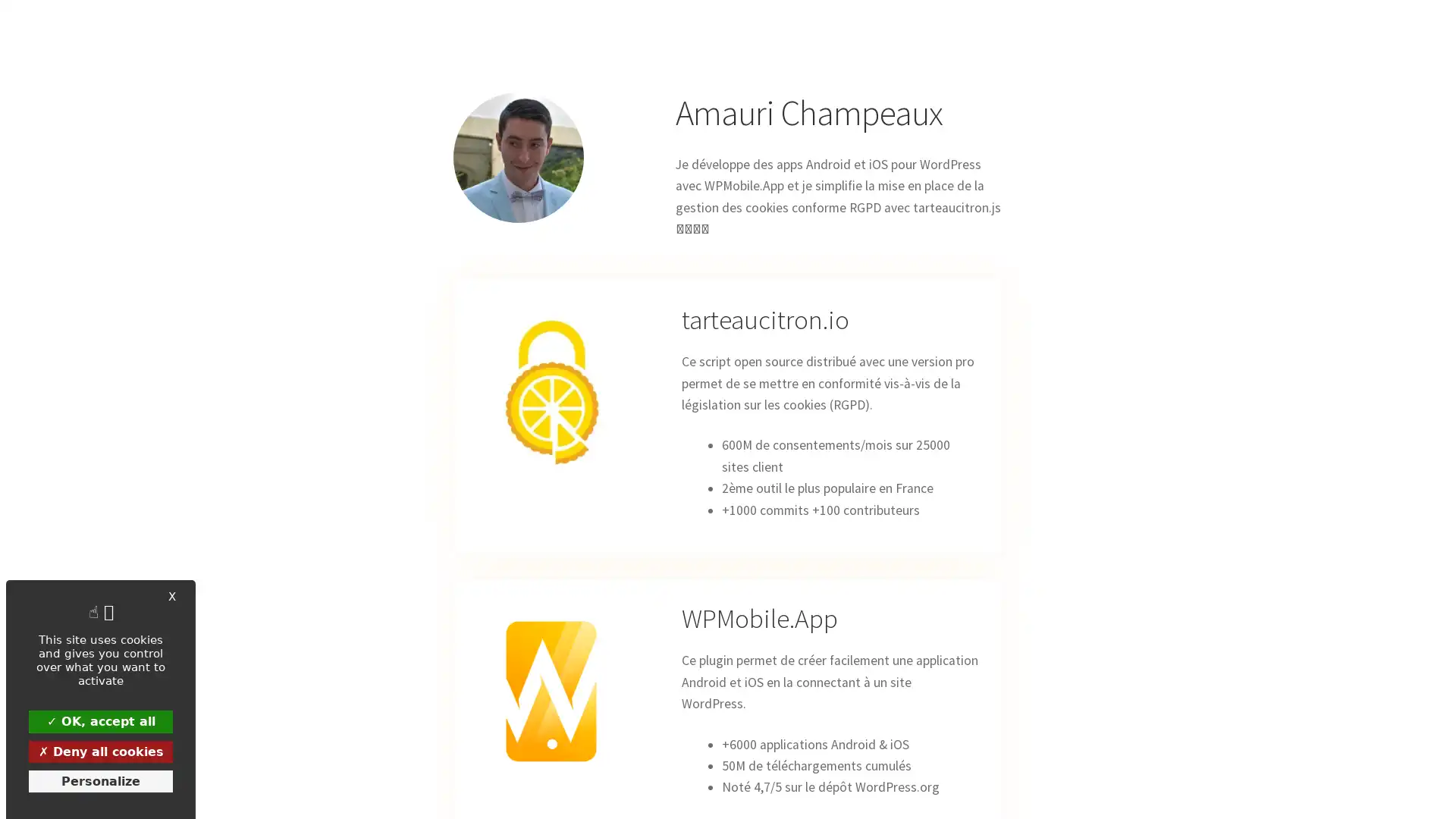  What do you see at coordinates (100, 780) in the screenshot?
I see `Personalize (modal window)` at bounding box center [100, 780].